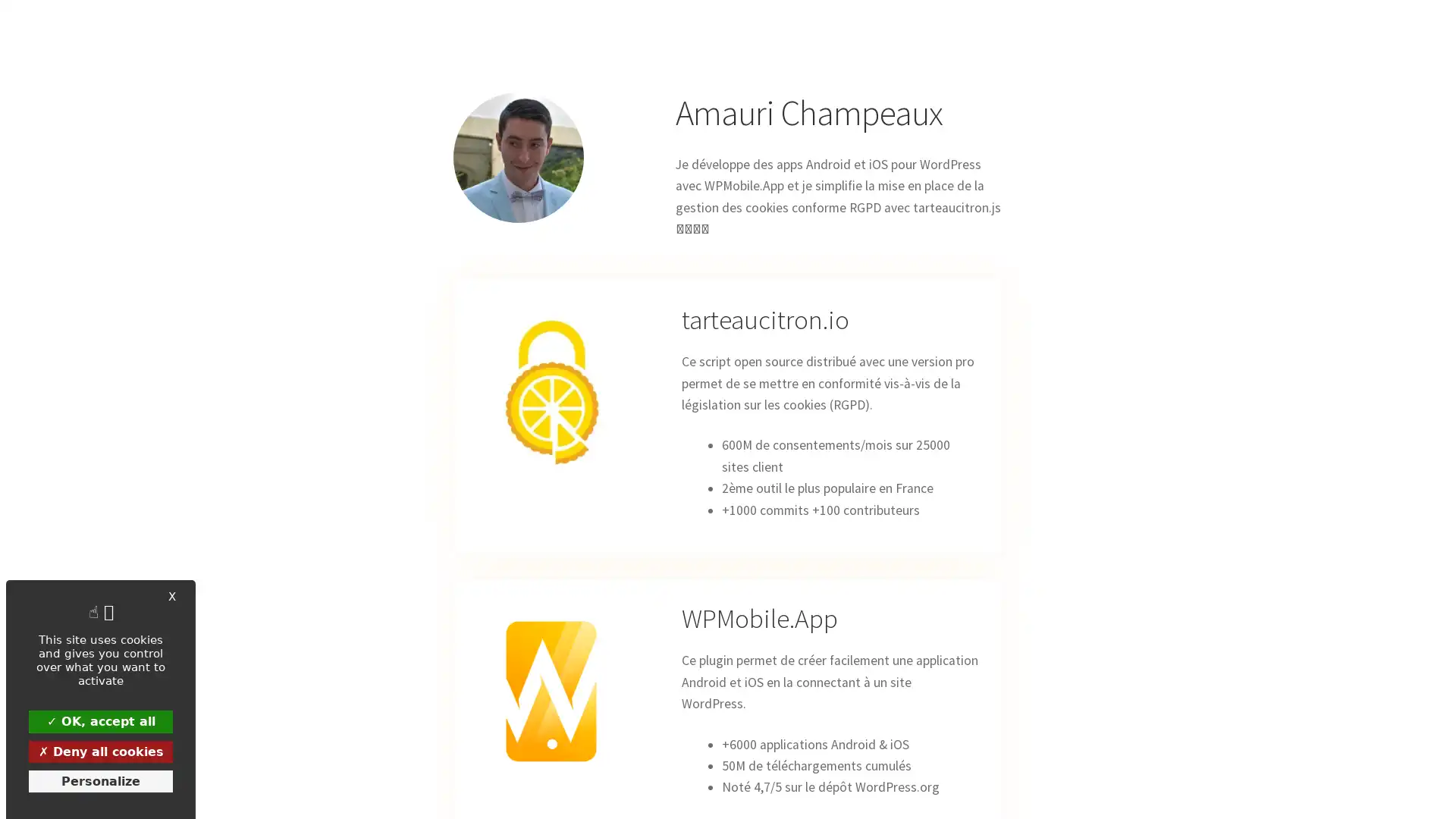  What do you see at coordinates (100, 780) in the screenshot?
I see `Personalize (modal window)` at bounding box center [100, 780].